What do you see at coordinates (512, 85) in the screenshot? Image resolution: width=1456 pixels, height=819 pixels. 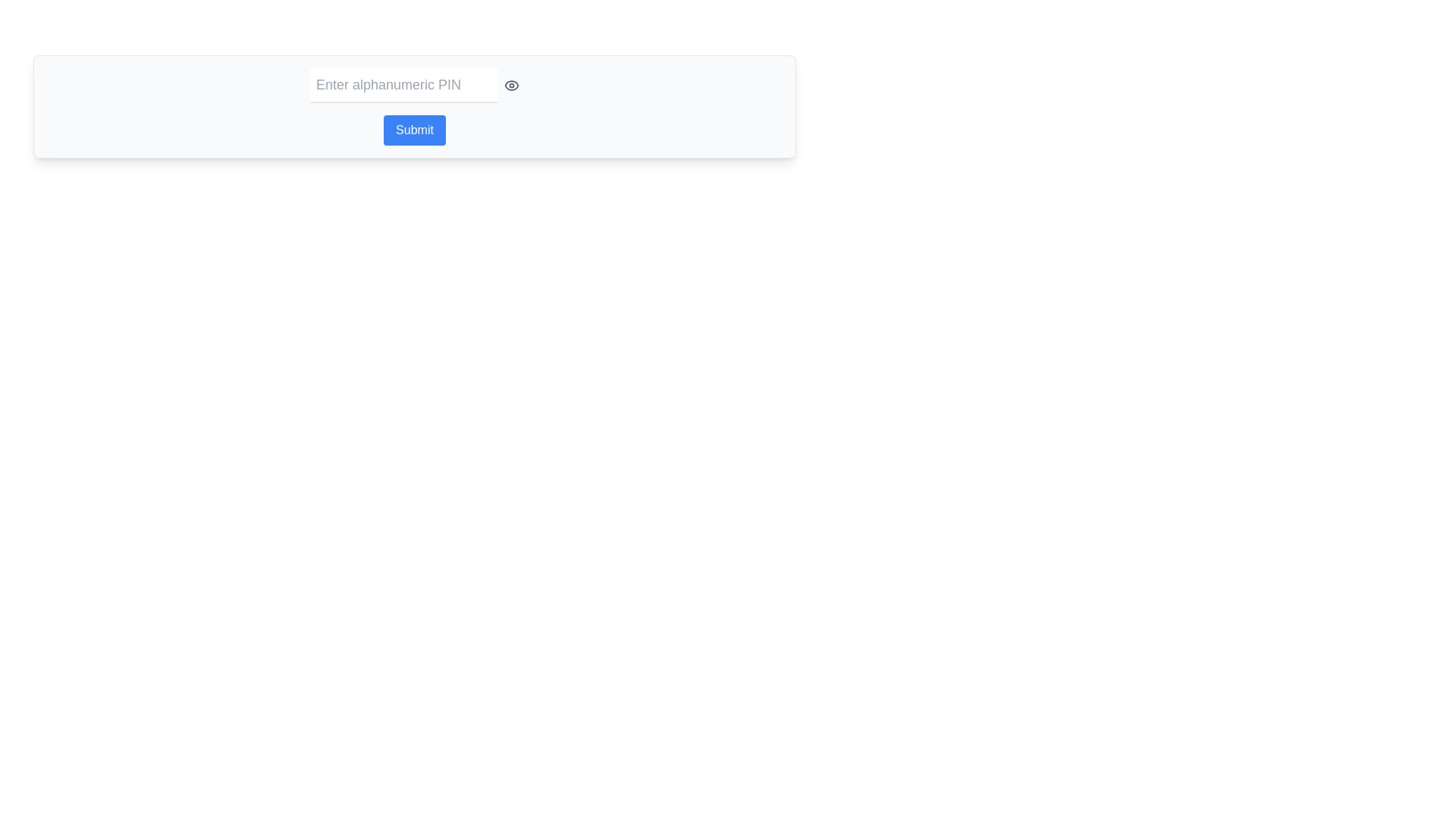 I see `the circular eye icon button located to the right of the 'Enter alphanumeric PIN' input field` at bounding box center [512, 85].